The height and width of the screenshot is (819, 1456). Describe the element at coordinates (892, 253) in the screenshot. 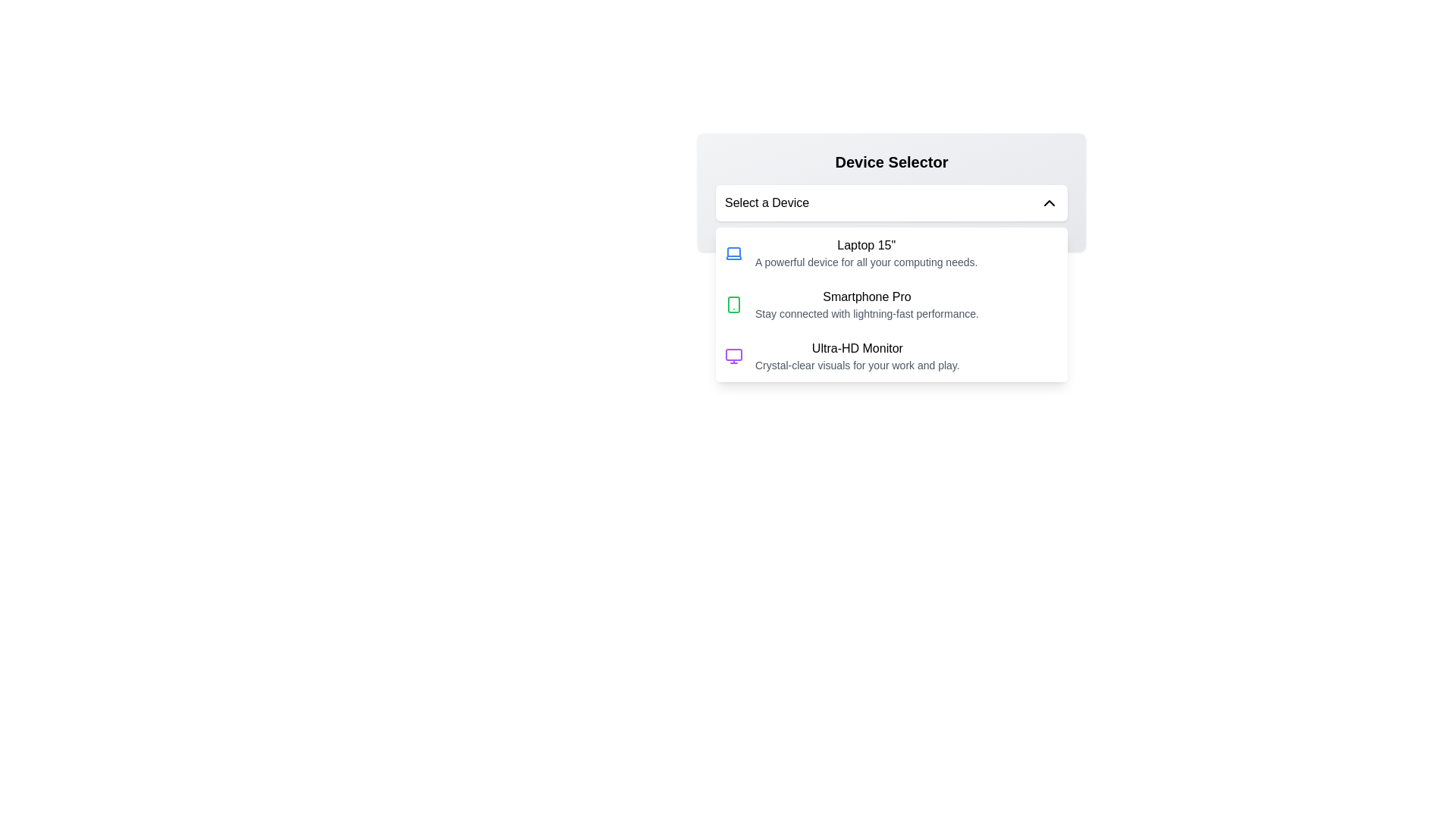

I see `the first list item in the 'Device Selector' dropdown menu, which features a laptop icon and the title 'Laptop 15''` at that location.